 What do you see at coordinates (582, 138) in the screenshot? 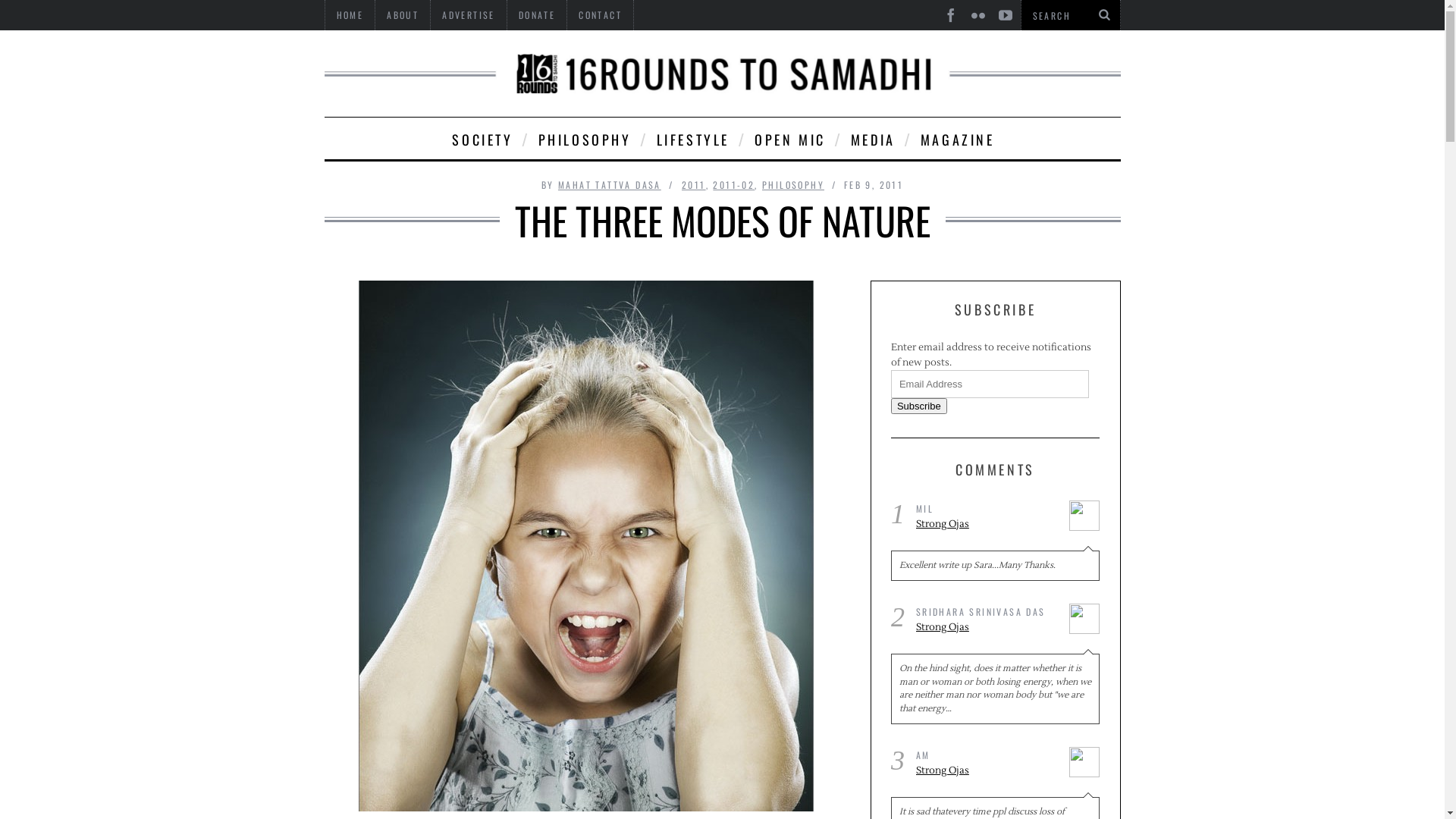
I see `'PHILOSOPHY'` at bounding box center [582, 138].